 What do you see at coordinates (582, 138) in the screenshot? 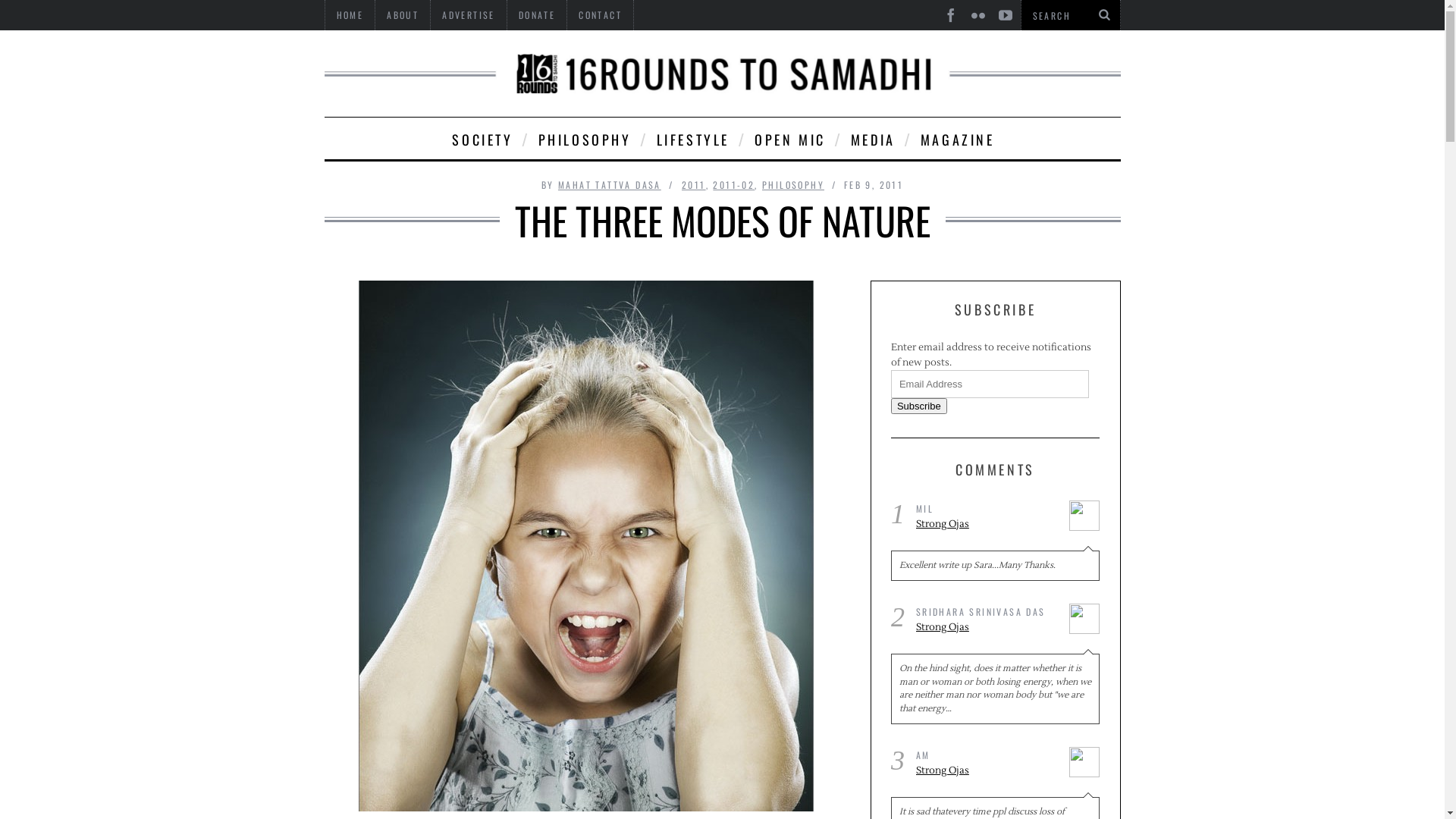
I see `'PHILOSOPHY'` at bounding box center [582, 138].